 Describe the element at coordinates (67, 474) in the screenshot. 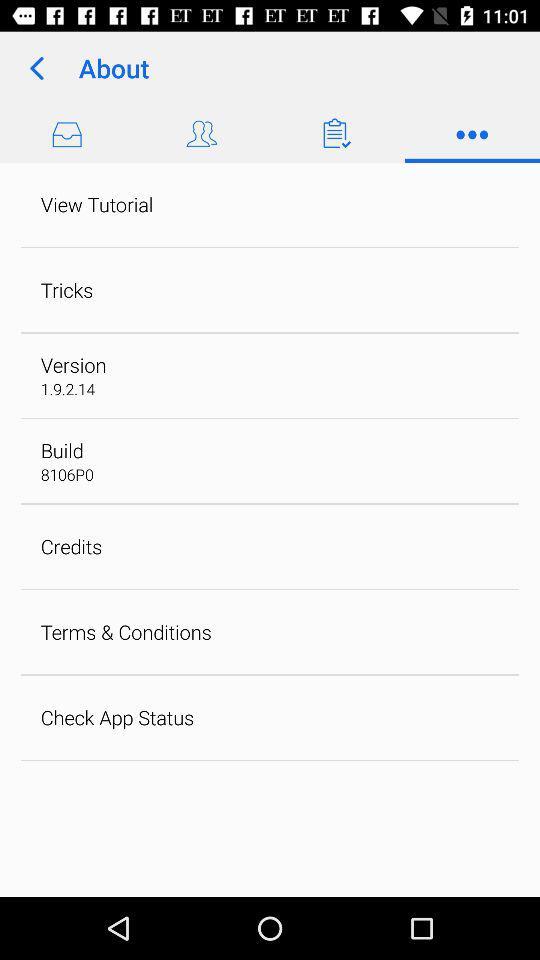

I see `the 8106p0` at that location.